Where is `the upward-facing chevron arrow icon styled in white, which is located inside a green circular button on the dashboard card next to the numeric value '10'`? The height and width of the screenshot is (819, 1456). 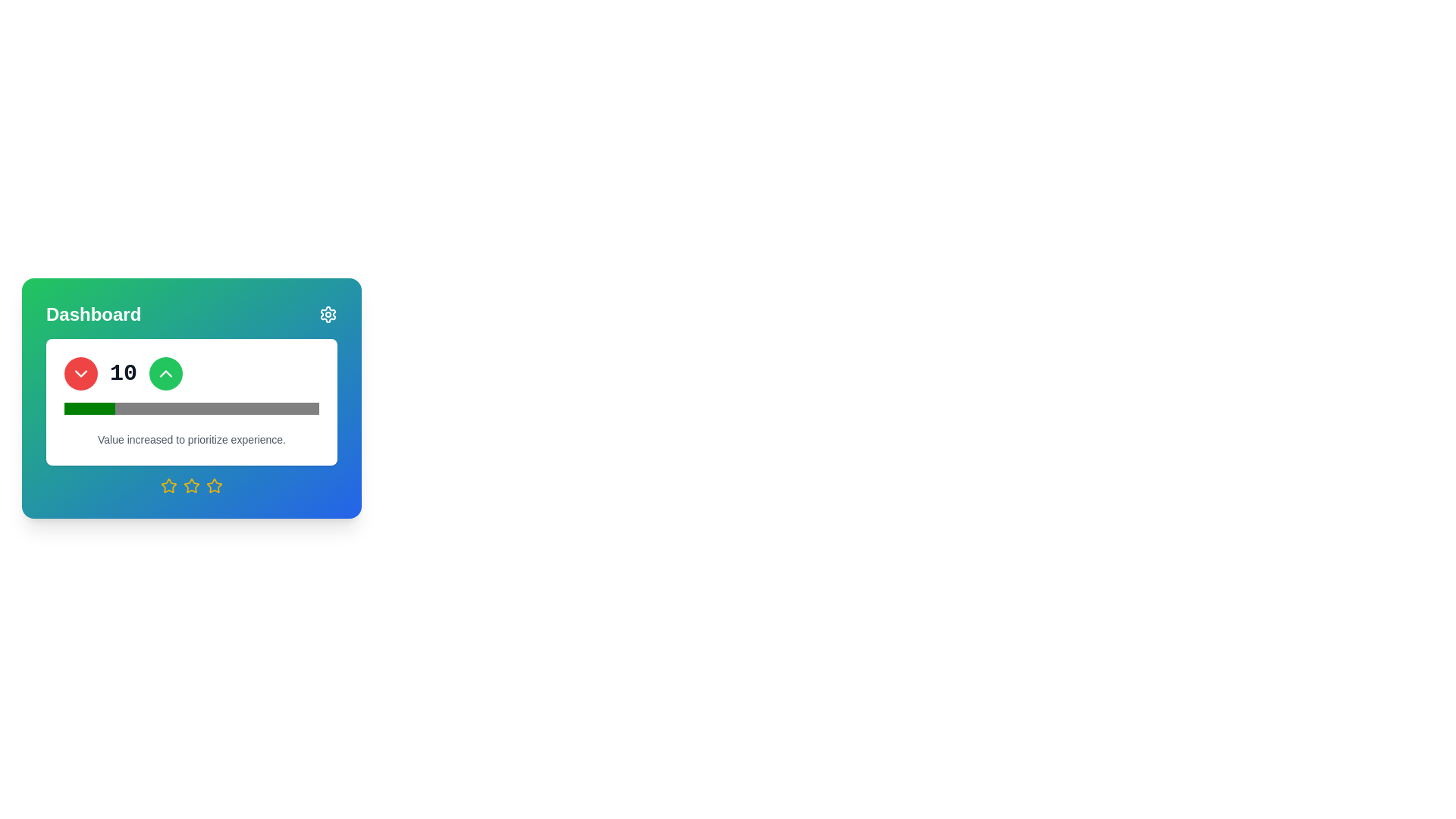 the upward-facing chevron arrow icon styled in white, which is located inside a green circular button on the dashboard card next to the numeric value '10' is located at coordinates (166, 374).